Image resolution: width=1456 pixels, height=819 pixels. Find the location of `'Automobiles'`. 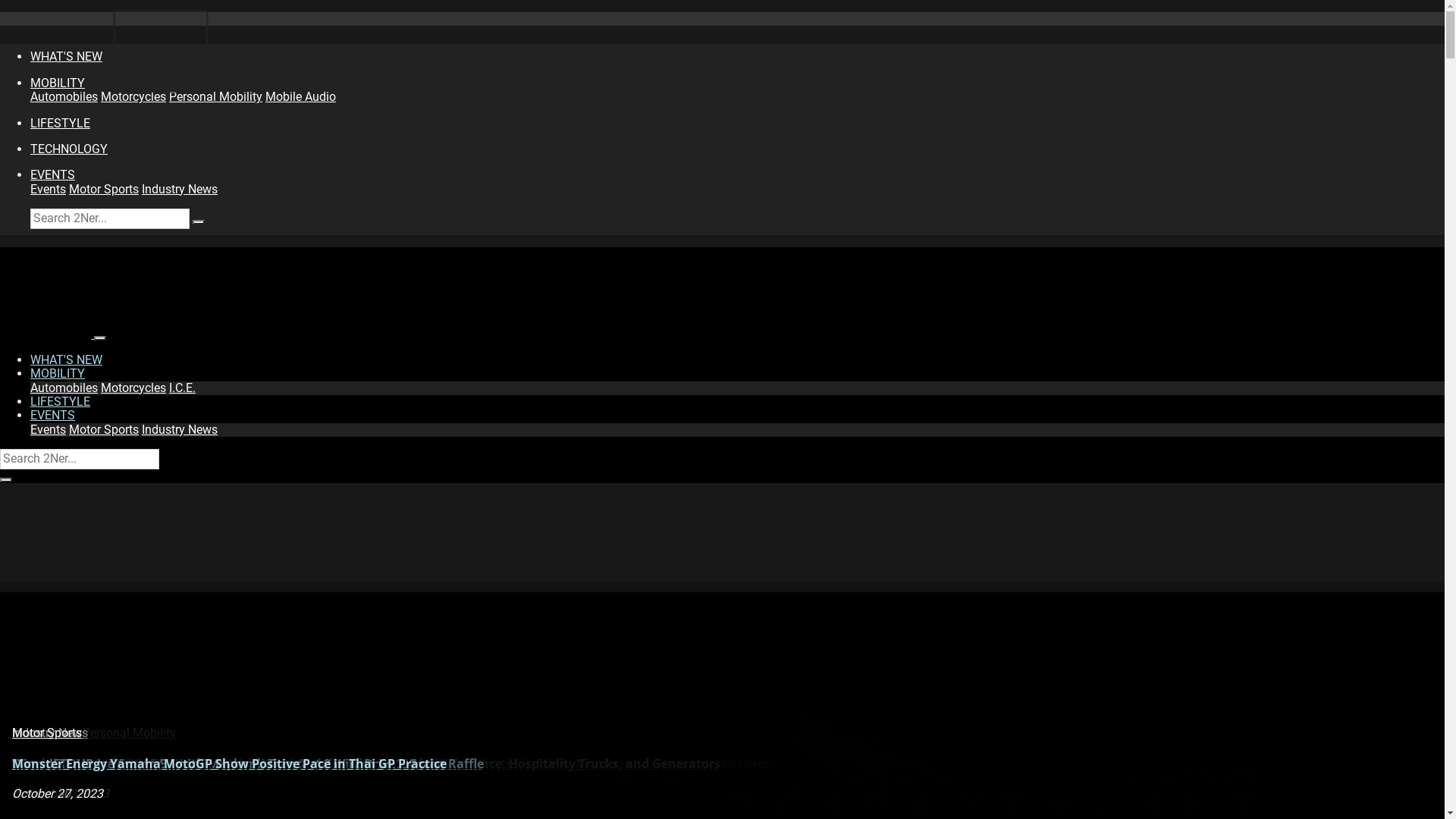

'Automobiles' is located at coordinates (63, 387).